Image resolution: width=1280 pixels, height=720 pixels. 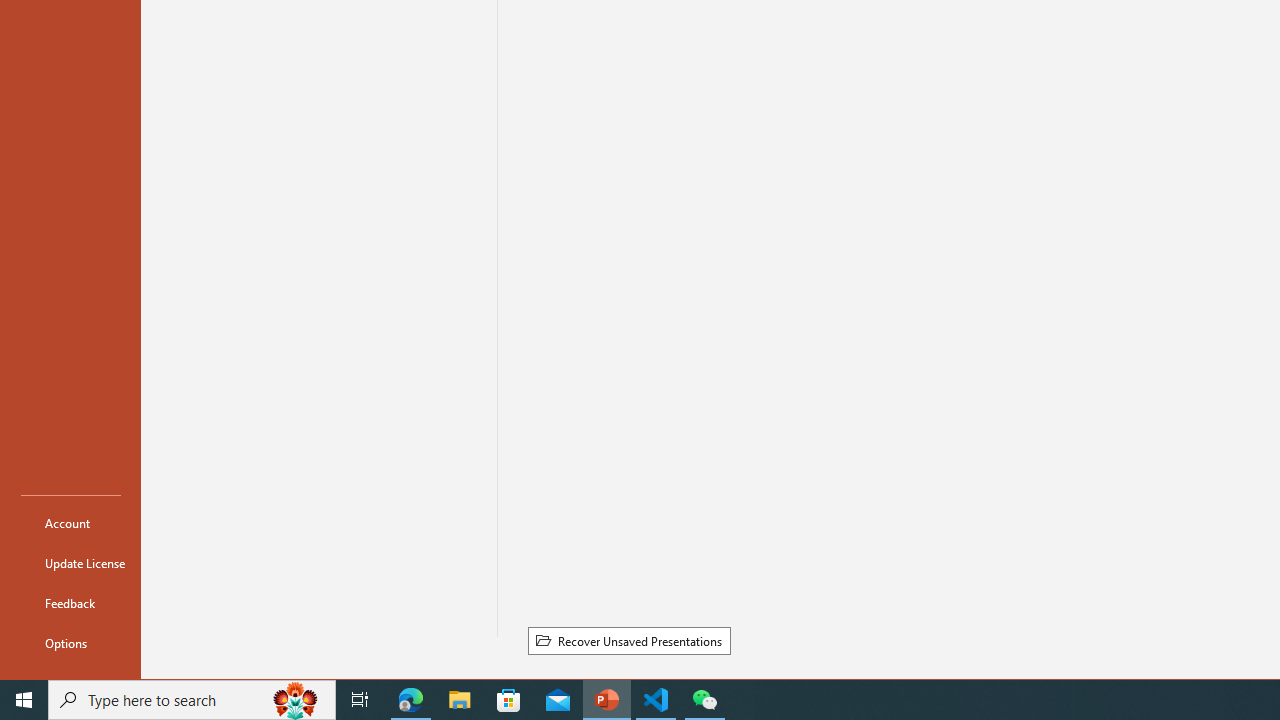 I want to click on 'Account', so click(x=71, y=522).